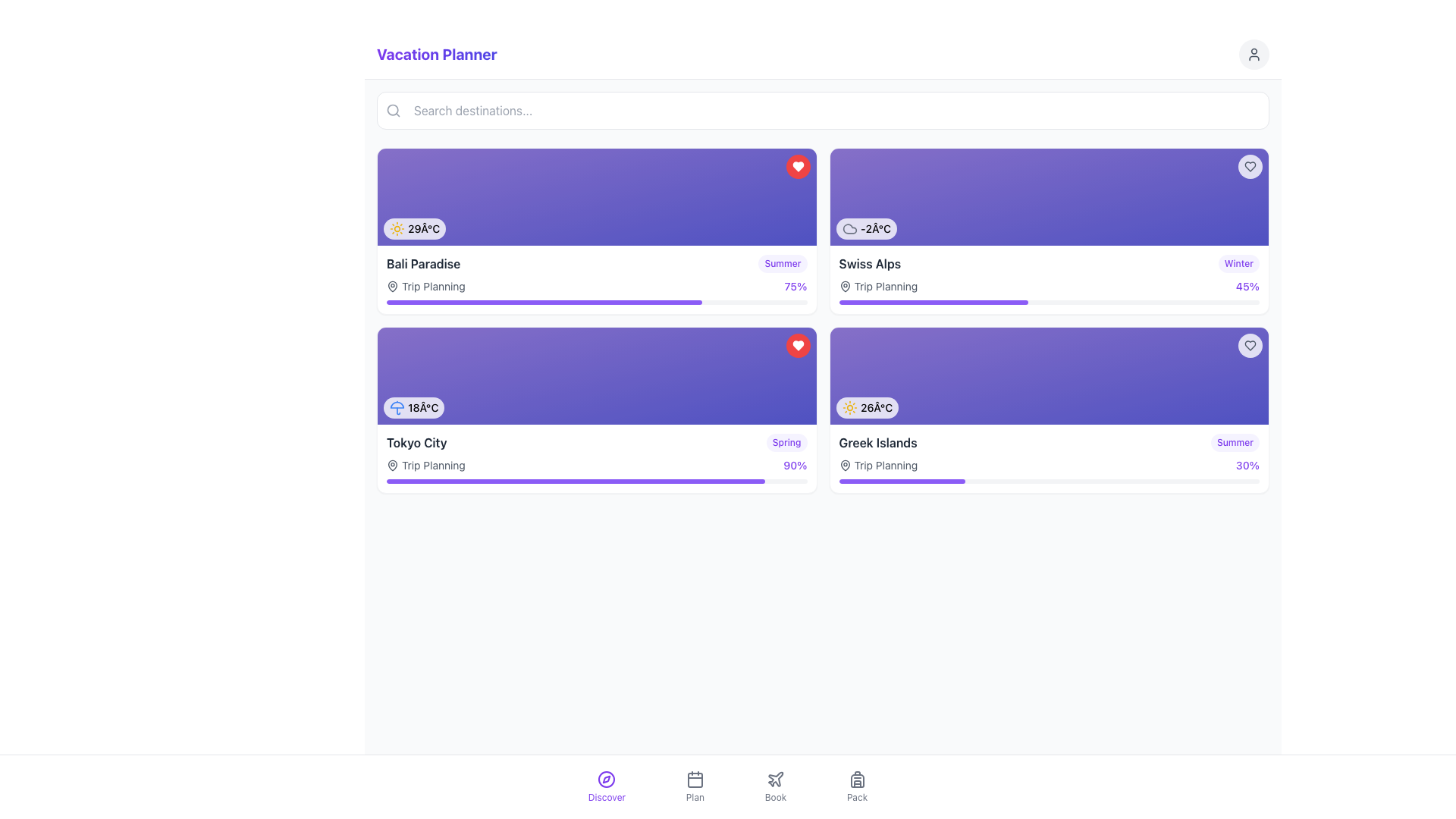  Describe the element at coordinates (694, 786) in the screenshot. I see `the navigation button located in the bottom navbar, specifically the second button from the left` at that location.